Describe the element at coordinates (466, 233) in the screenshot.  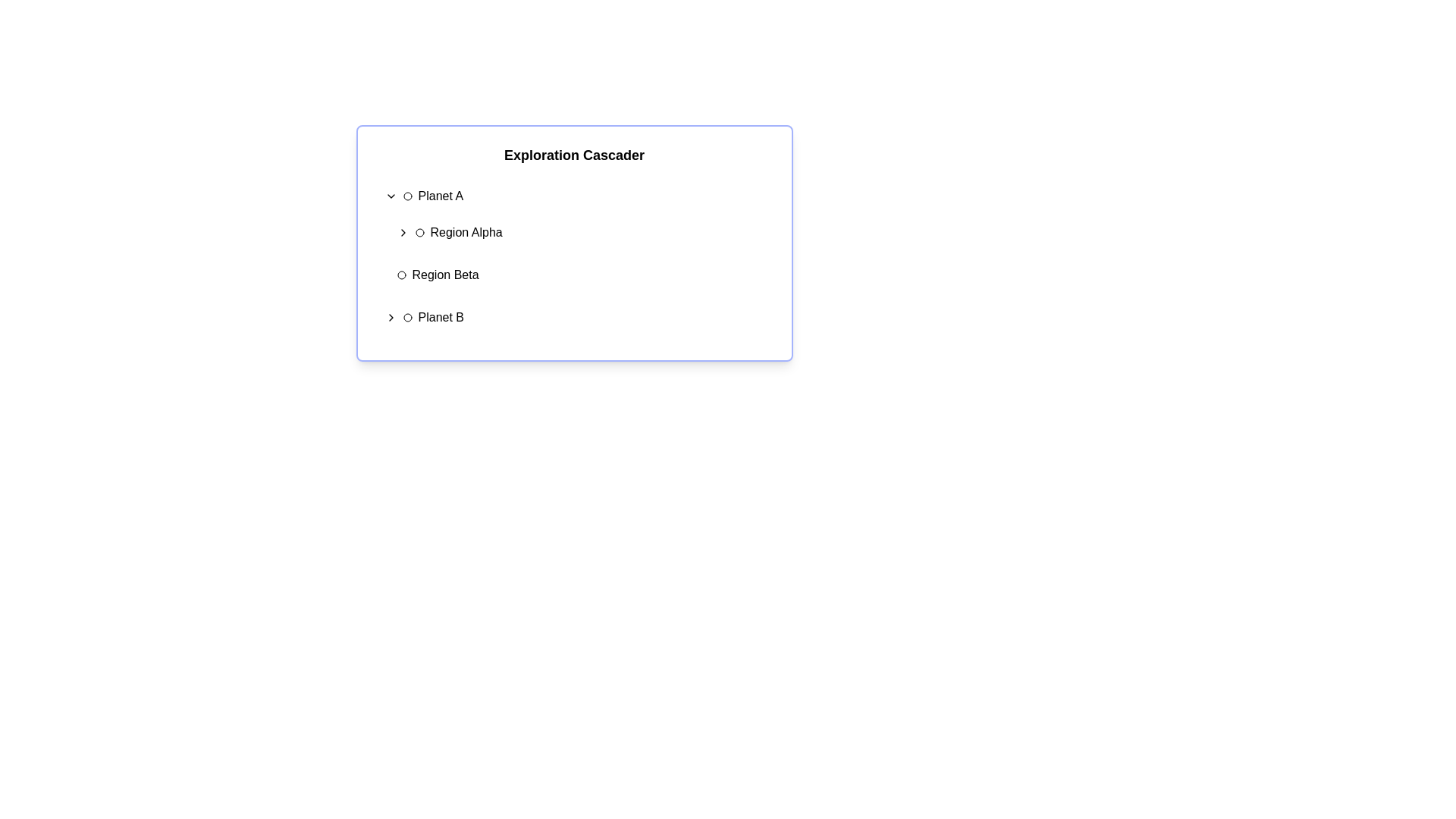
I see `the 'Region Alpha' text label located in the navigation group of regions, positioned under 'Planet A' and above 'Region Beta'` at that location.